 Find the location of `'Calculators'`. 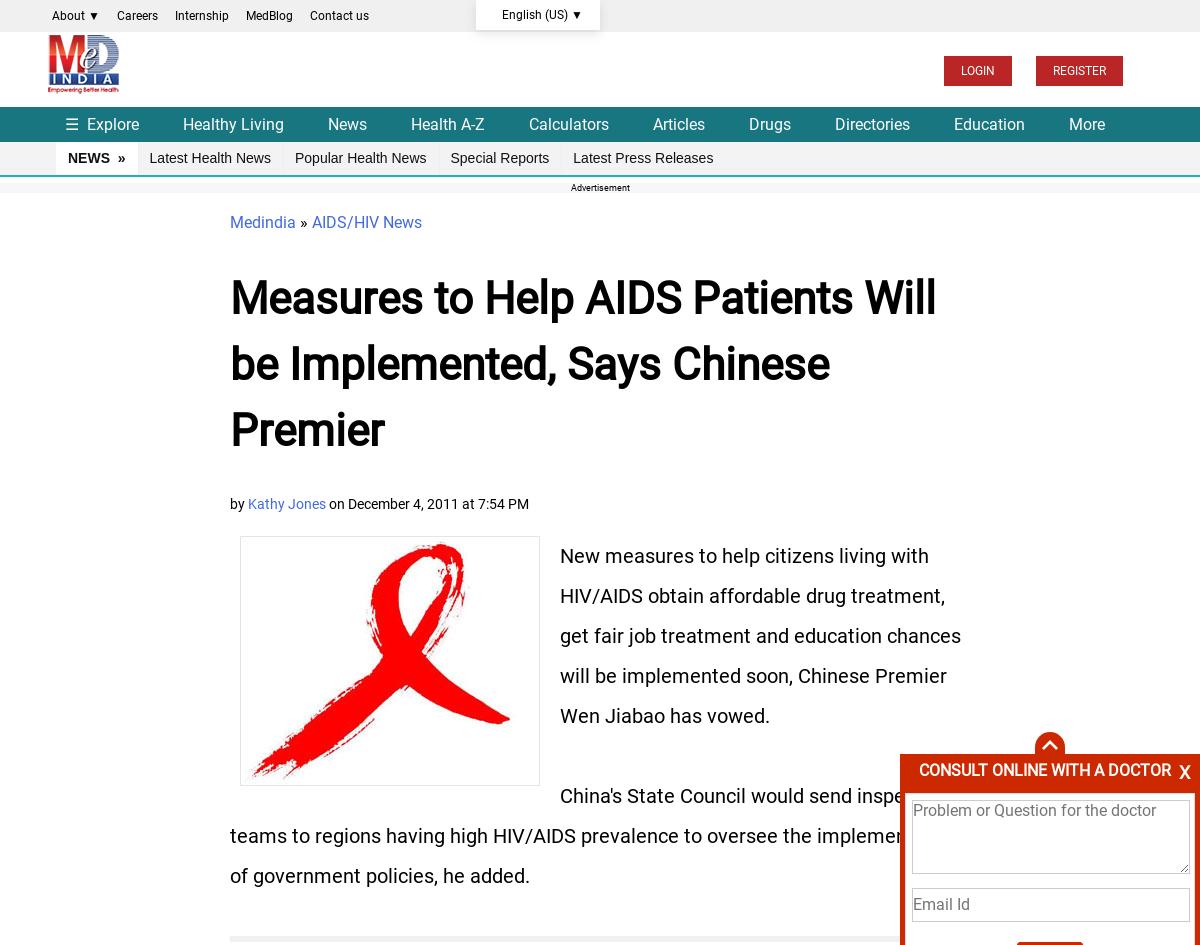

'Calculators' is located at coordinates (568, 122).